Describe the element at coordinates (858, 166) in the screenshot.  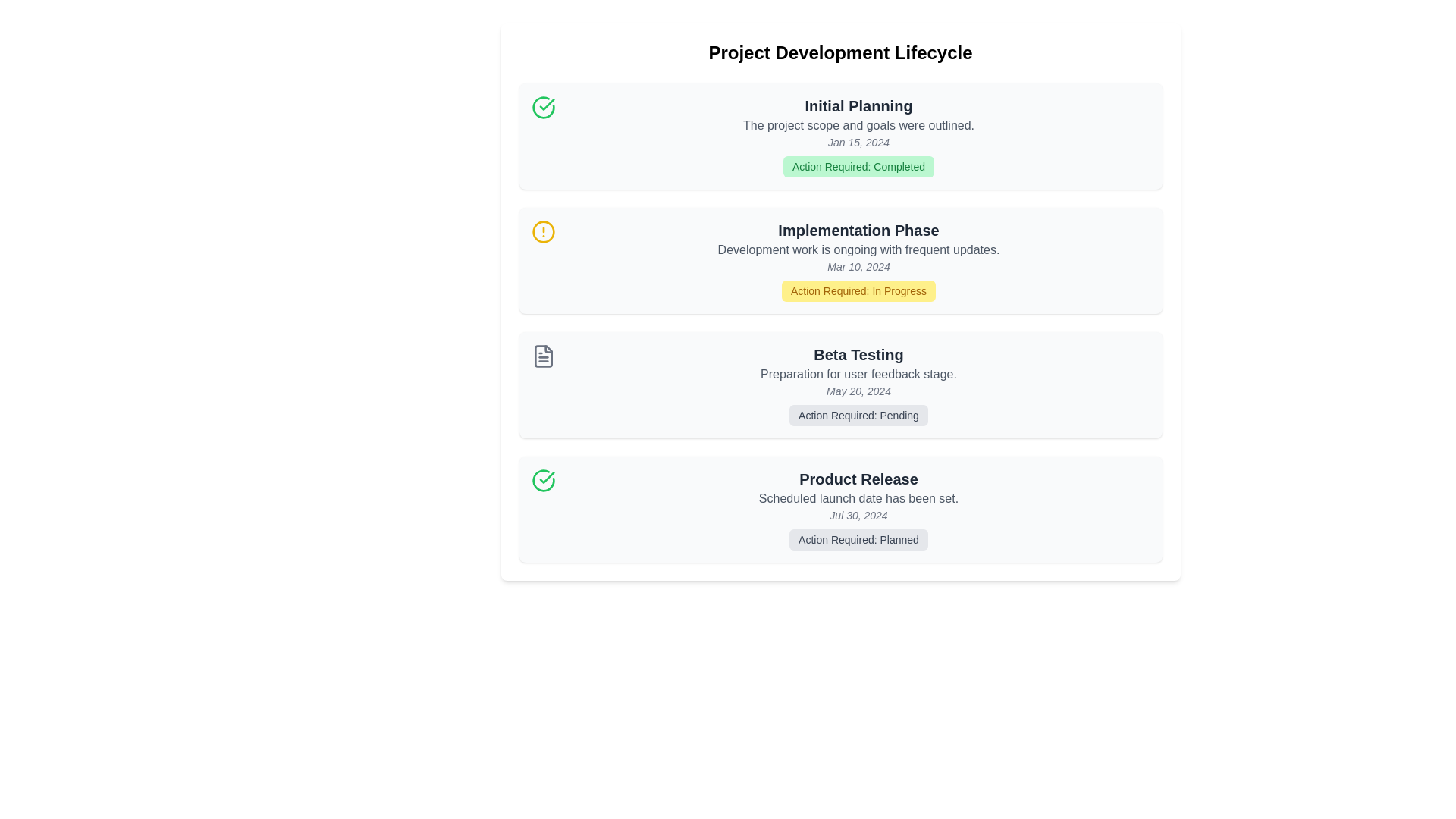
I see `the status indicator text badge located in the last line of the 'Initial Planning' segment of the 'Project Development Lifecycle' layout` at that location.